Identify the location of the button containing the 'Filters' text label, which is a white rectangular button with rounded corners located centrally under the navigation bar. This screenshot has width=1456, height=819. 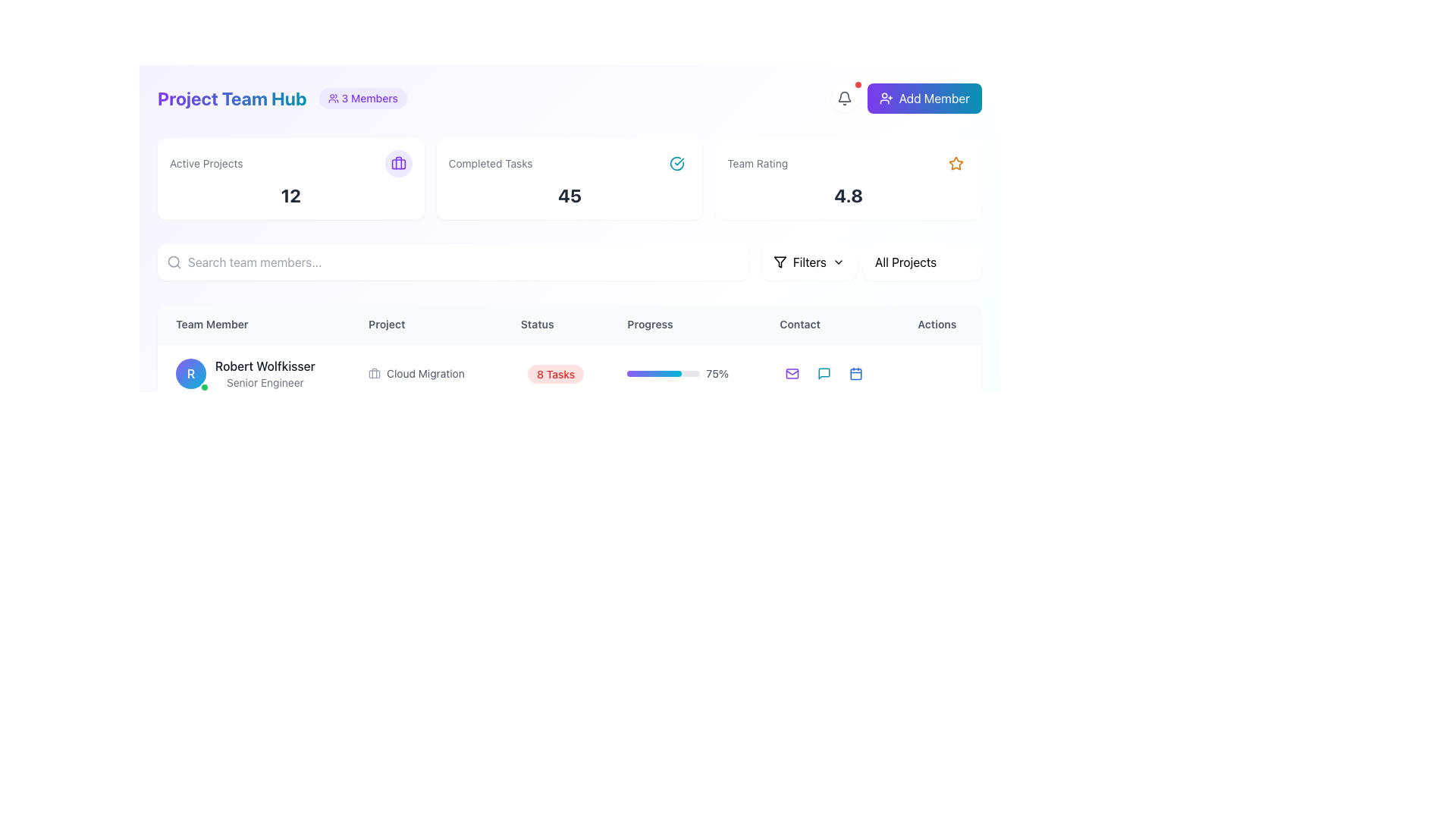
(808, 262).